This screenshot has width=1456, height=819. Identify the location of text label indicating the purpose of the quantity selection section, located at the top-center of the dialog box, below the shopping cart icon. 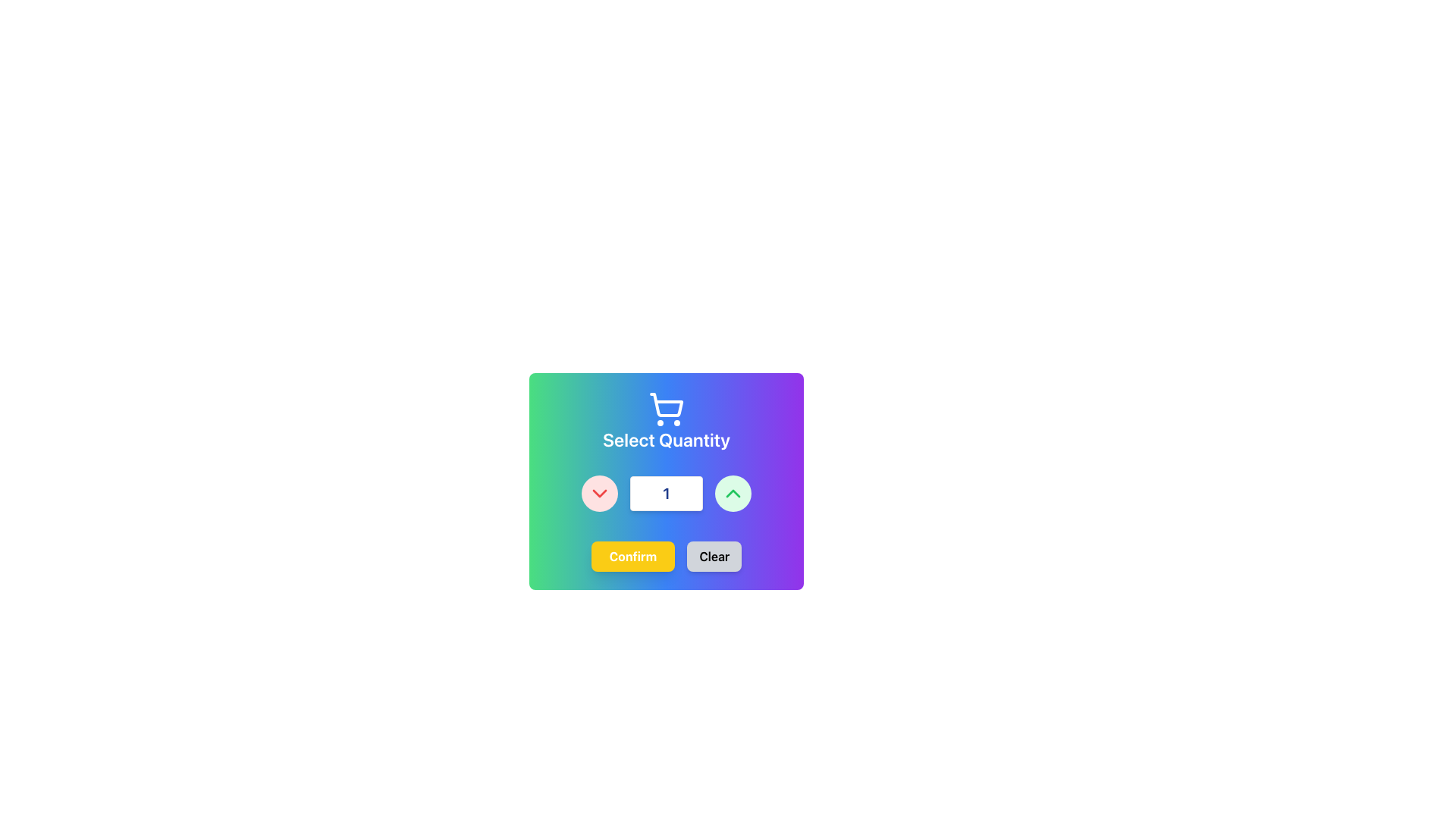
(666, 439).